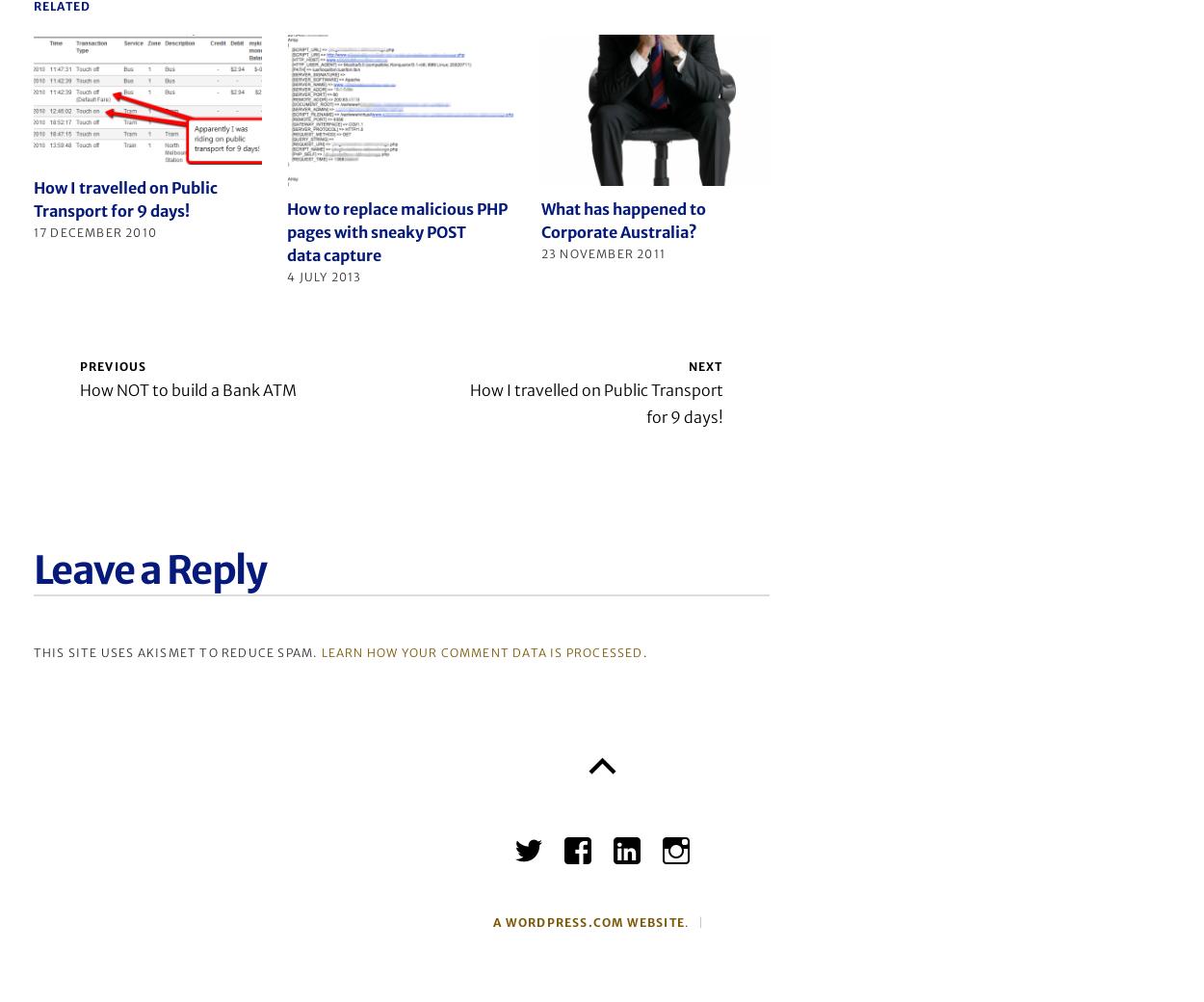 This screenshot has height=1002, width=1204. Describe the element at coordinates (397, 231) in the screenshot. I see `'How to replace malicious PHP pages with sneaky POST data capture'` at that location.